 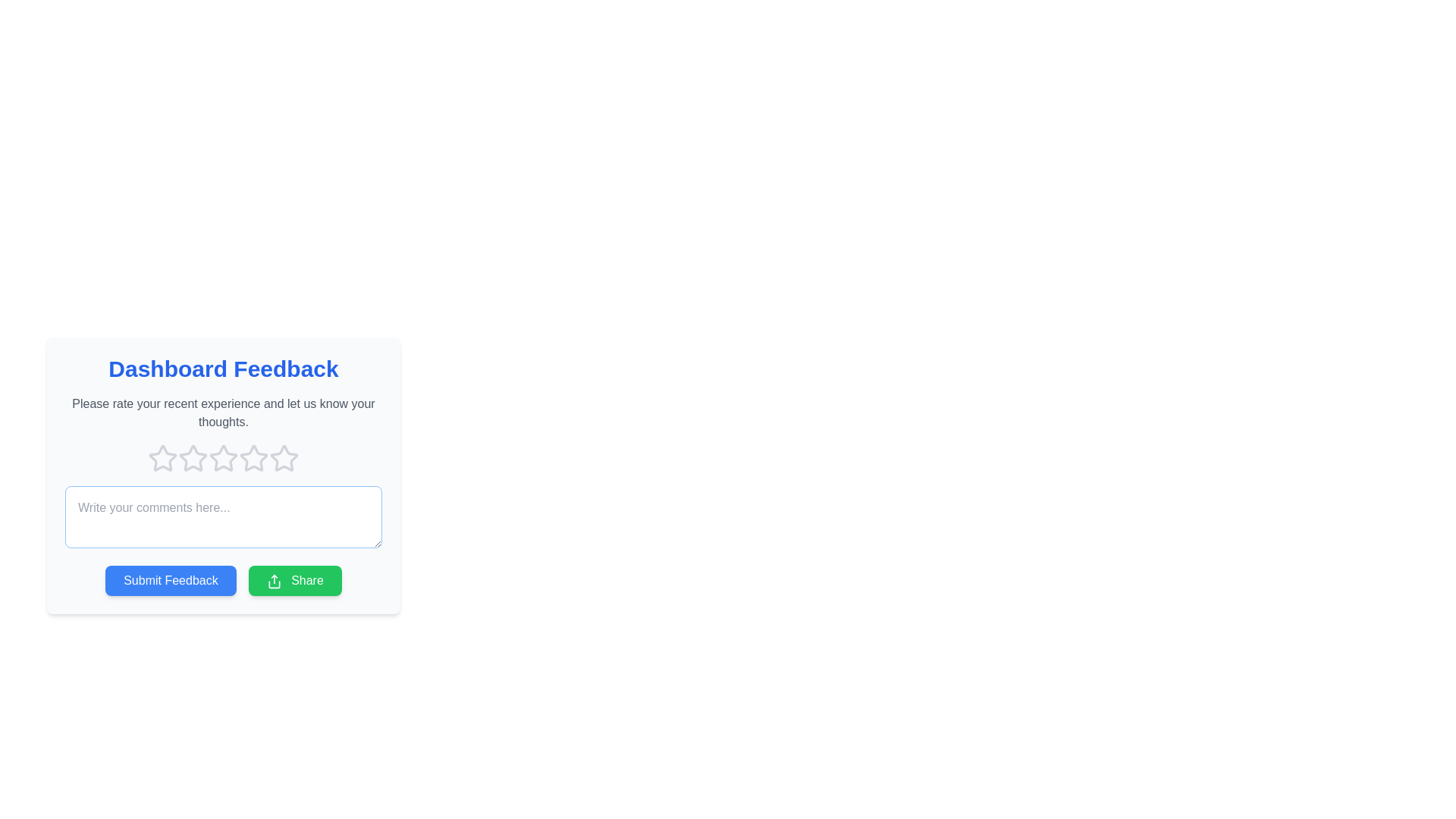 What do you see at coordinates (254, 458) in the screenshot?
I see `the sixth star icon in the feedback form` at bounding box center [254, 458].